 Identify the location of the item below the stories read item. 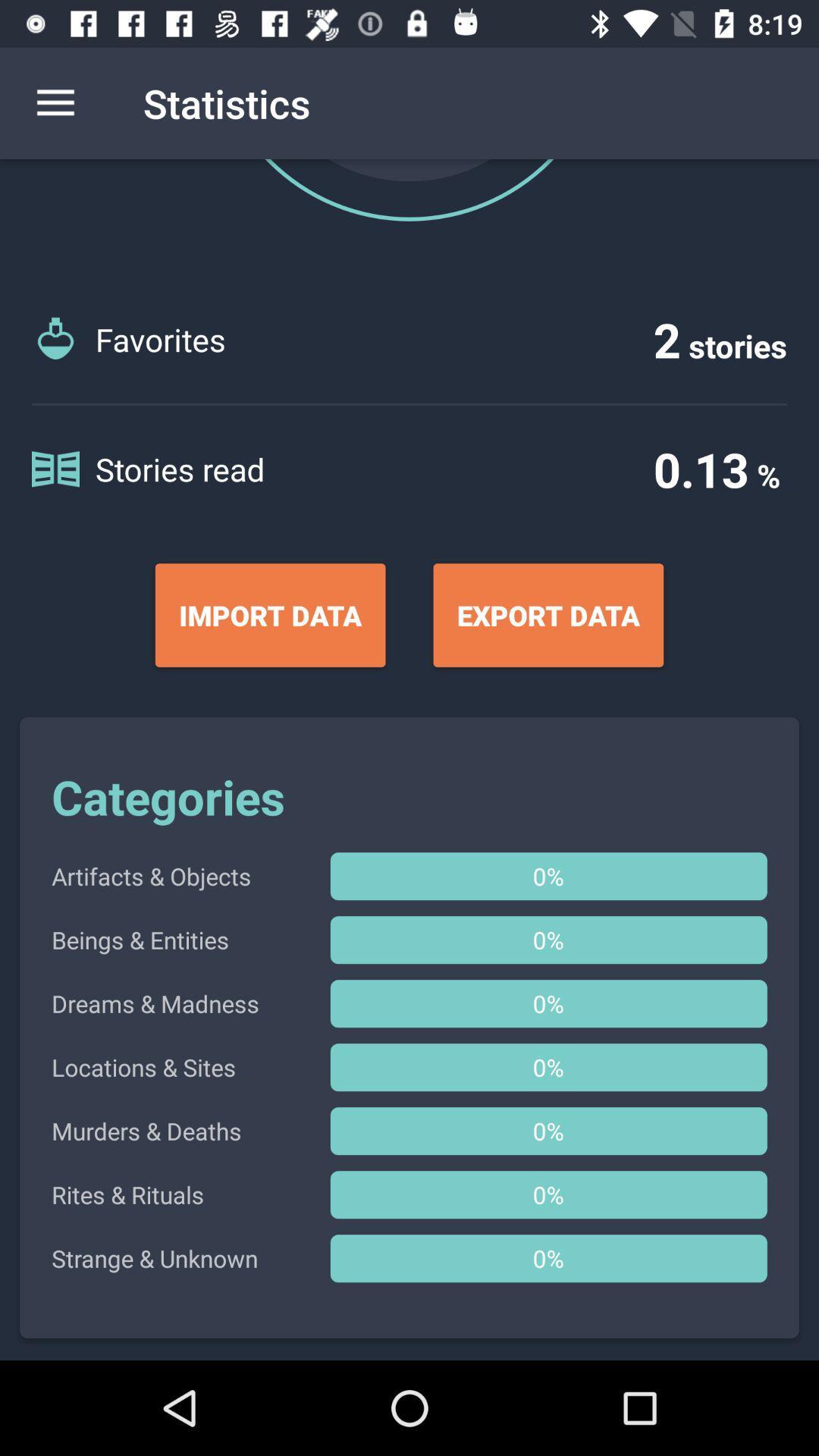
(269, 615).